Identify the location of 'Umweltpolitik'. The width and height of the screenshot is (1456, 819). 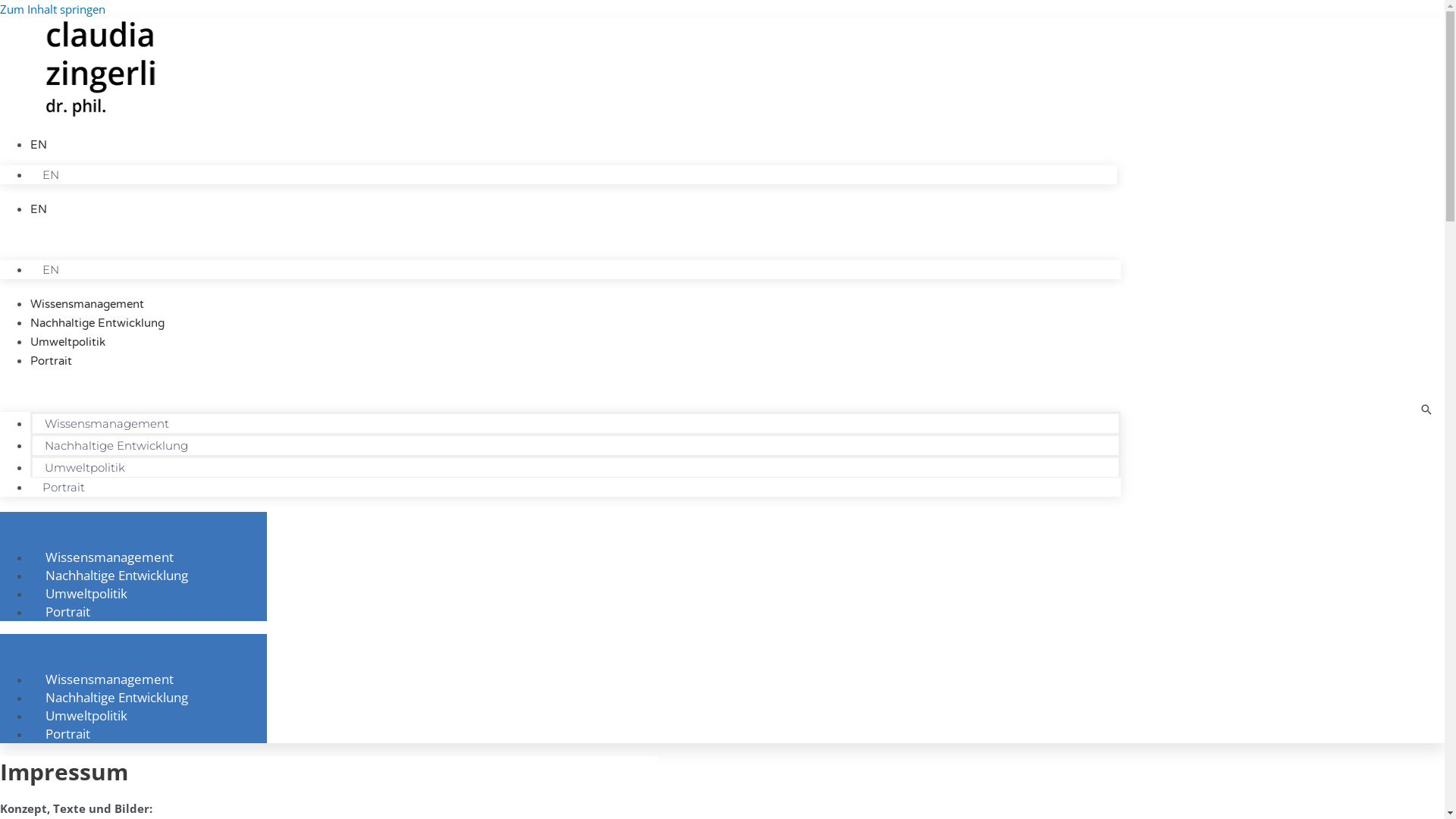
(86, 714).